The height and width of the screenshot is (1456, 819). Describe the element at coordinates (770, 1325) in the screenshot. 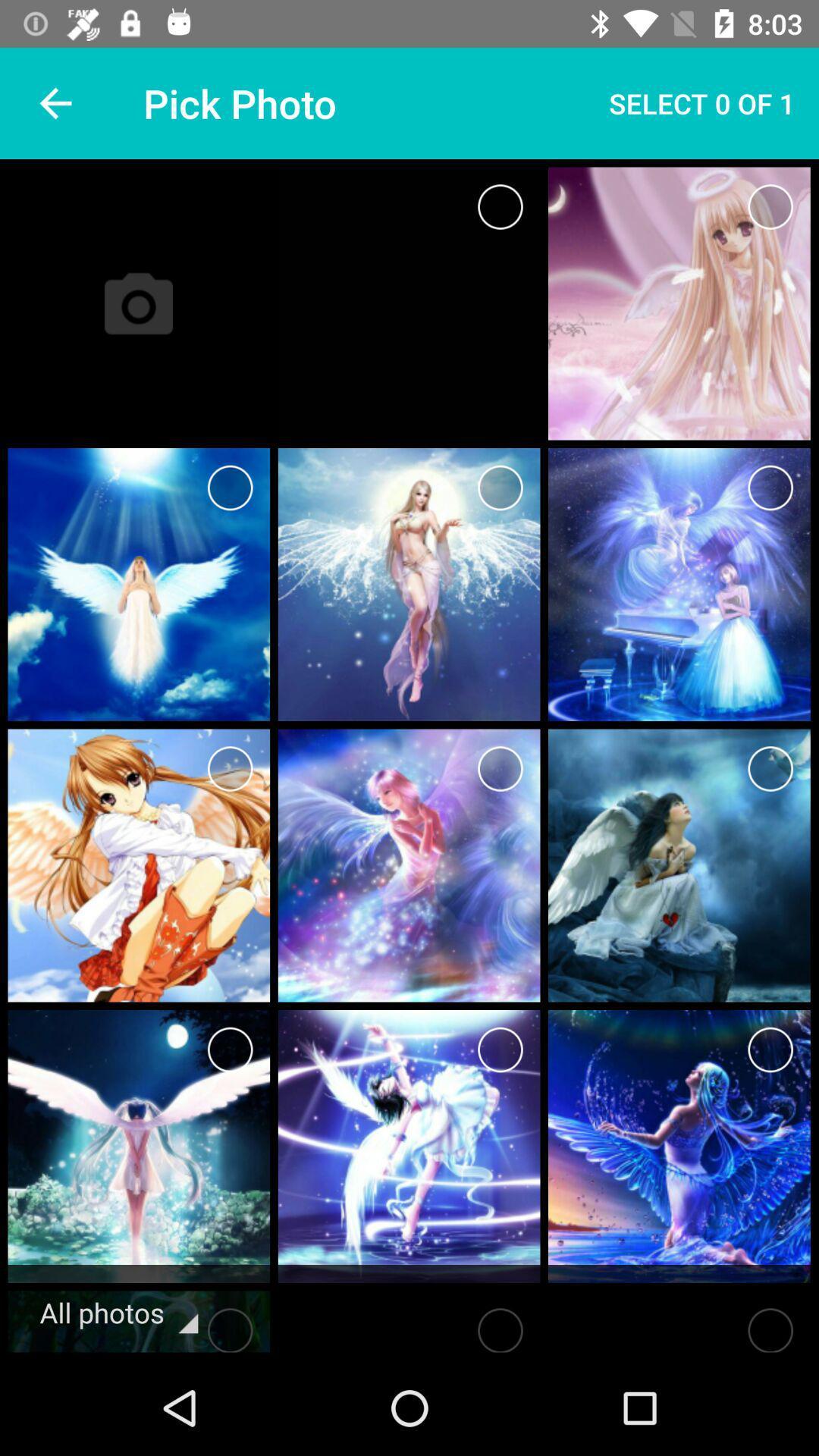

I see `serch` at that location.